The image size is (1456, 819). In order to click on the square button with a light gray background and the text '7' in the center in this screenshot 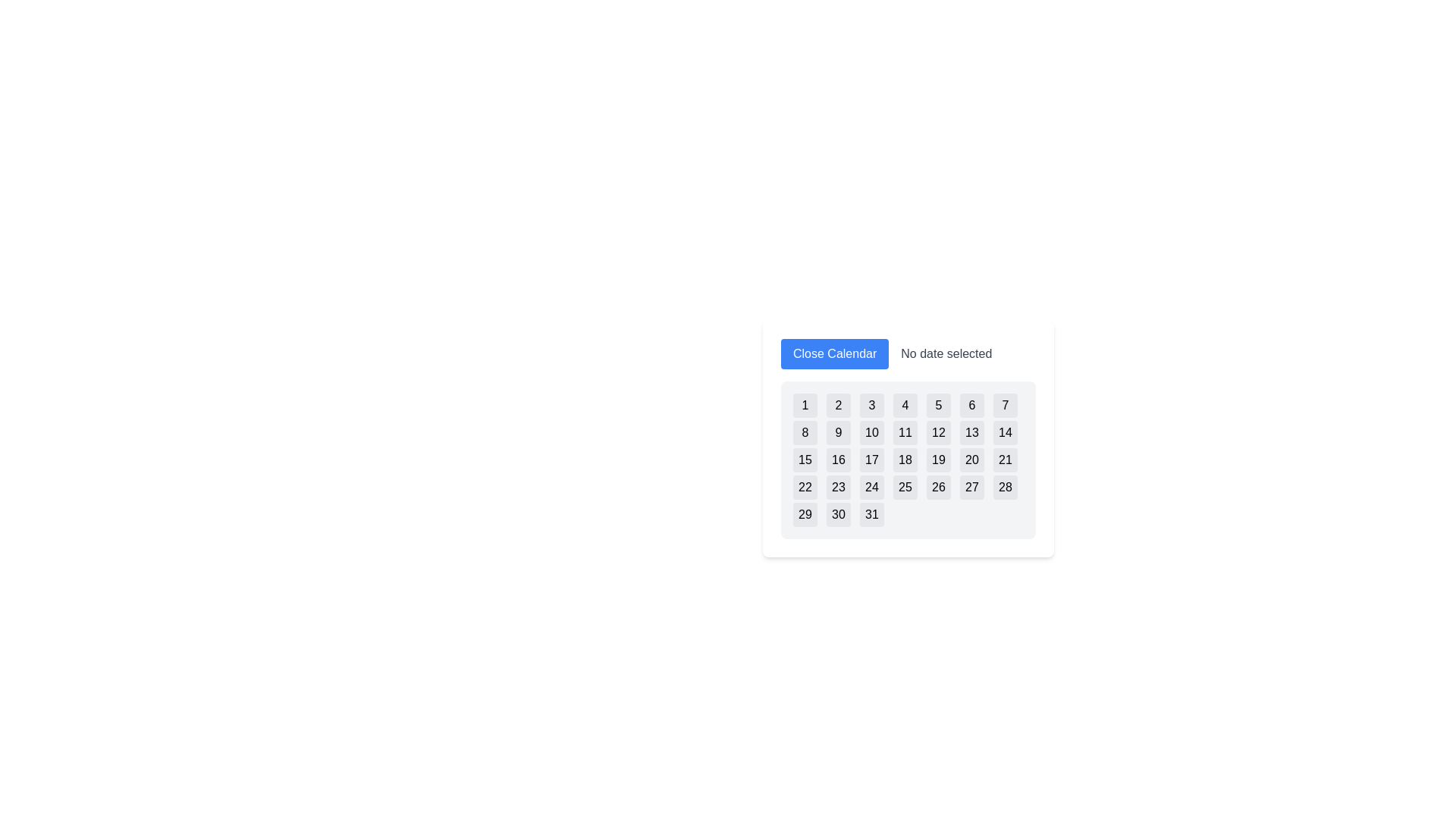, I will do `click(1005, 405)`.